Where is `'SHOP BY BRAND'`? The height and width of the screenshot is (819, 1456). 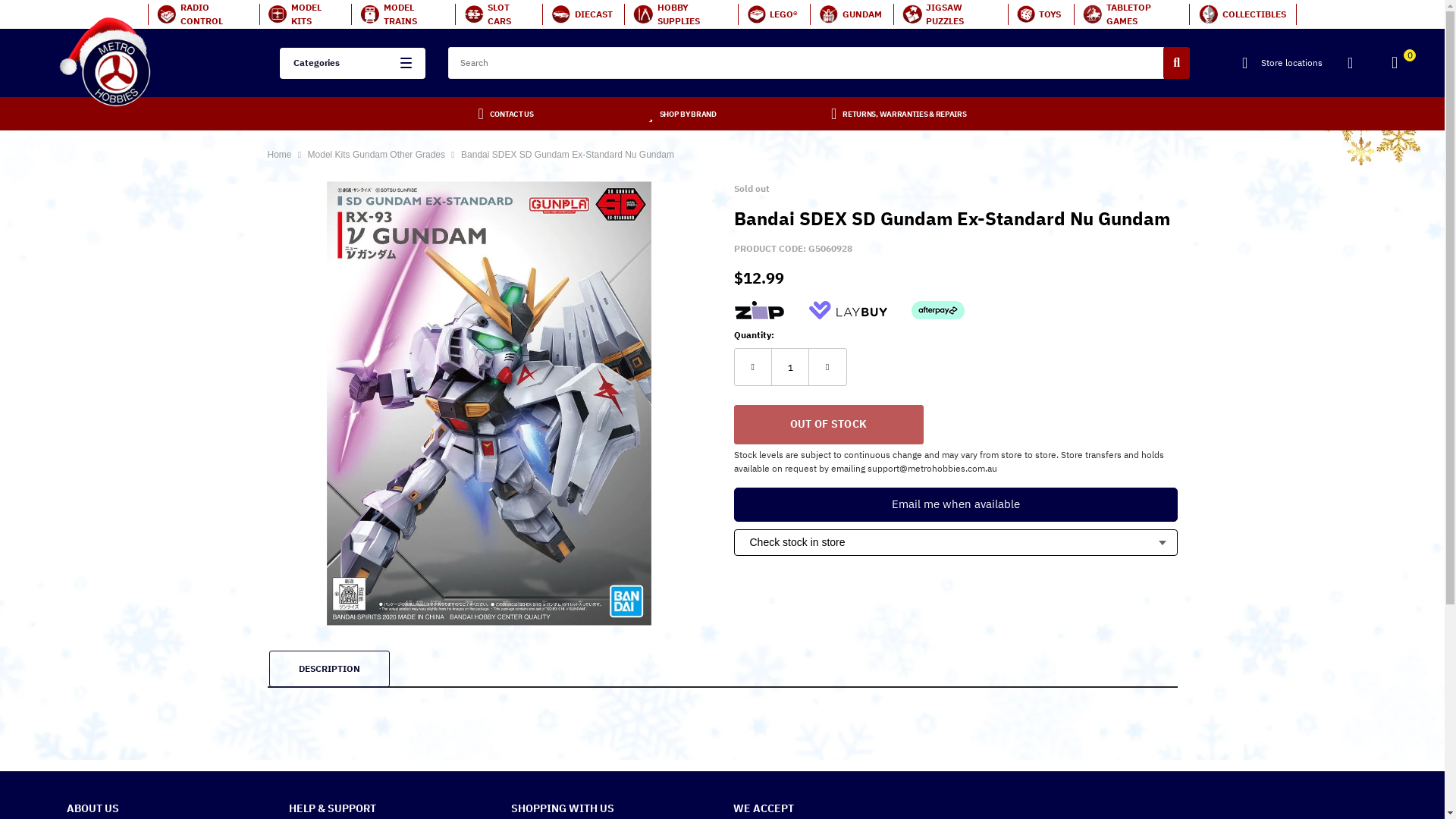
'SHOP BY BRAND' is located at coordinates (687, 112).